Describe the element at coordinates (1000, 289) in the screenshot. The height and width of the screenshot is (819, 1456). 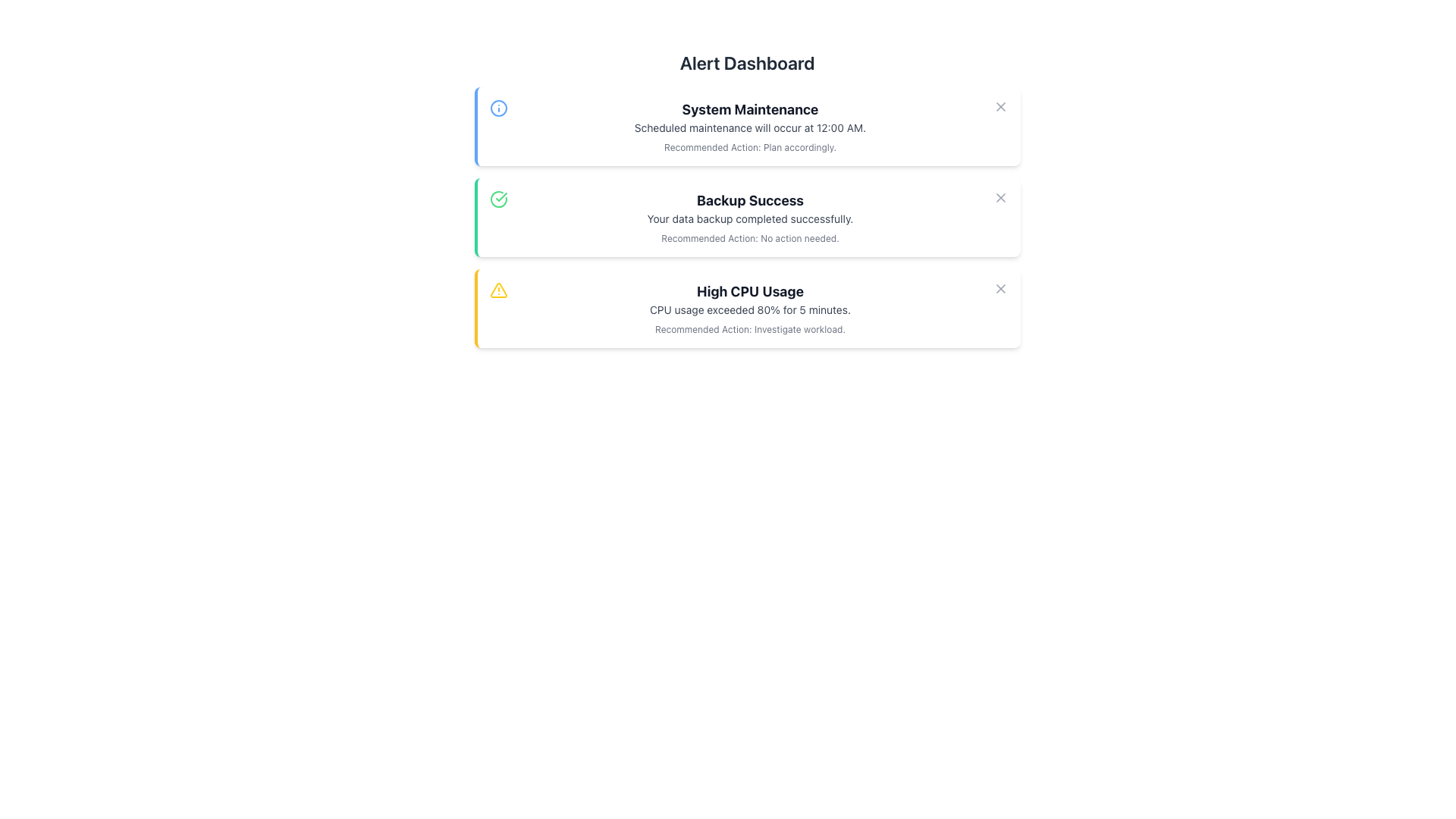
I see `the dismiss icon in the rightmost region of the 'High CPU Usage' alert notification to initiate a close action` at that location.